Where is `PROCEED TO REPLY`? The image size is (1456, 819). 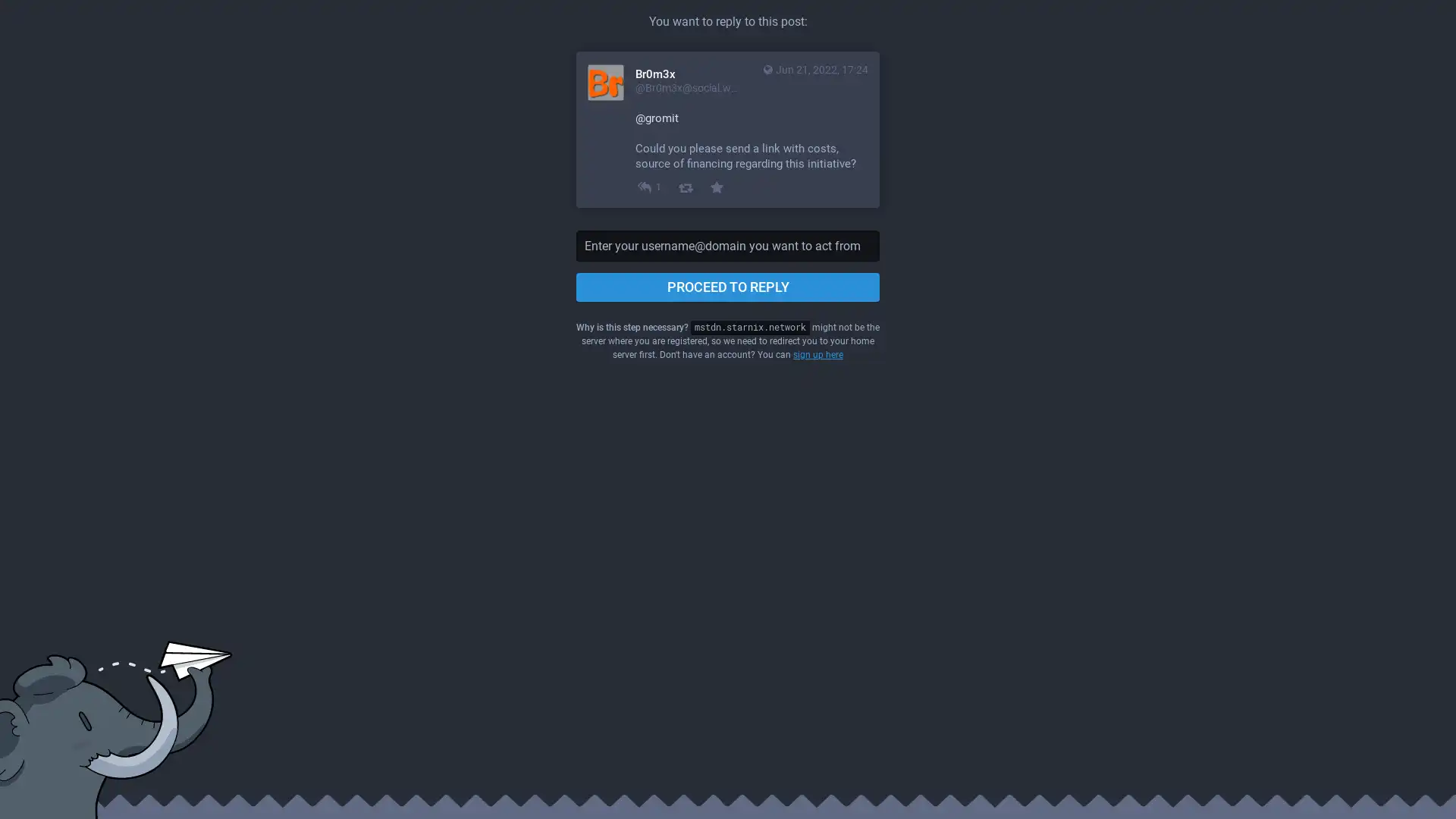
PROCEED TO REPLY is located at coordinates (728, 287).